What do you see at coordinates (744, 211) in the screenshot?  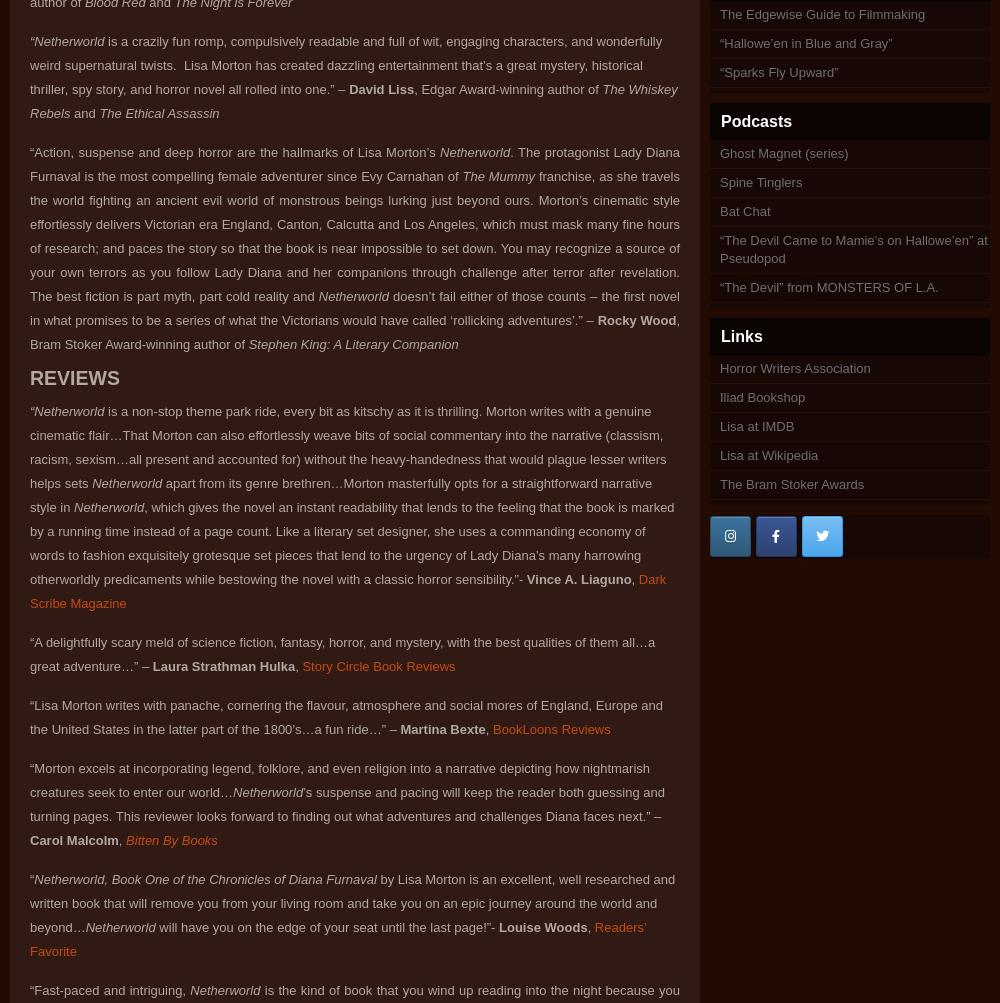 I see `'Bat Chat'` at bounding box center [744, 211].